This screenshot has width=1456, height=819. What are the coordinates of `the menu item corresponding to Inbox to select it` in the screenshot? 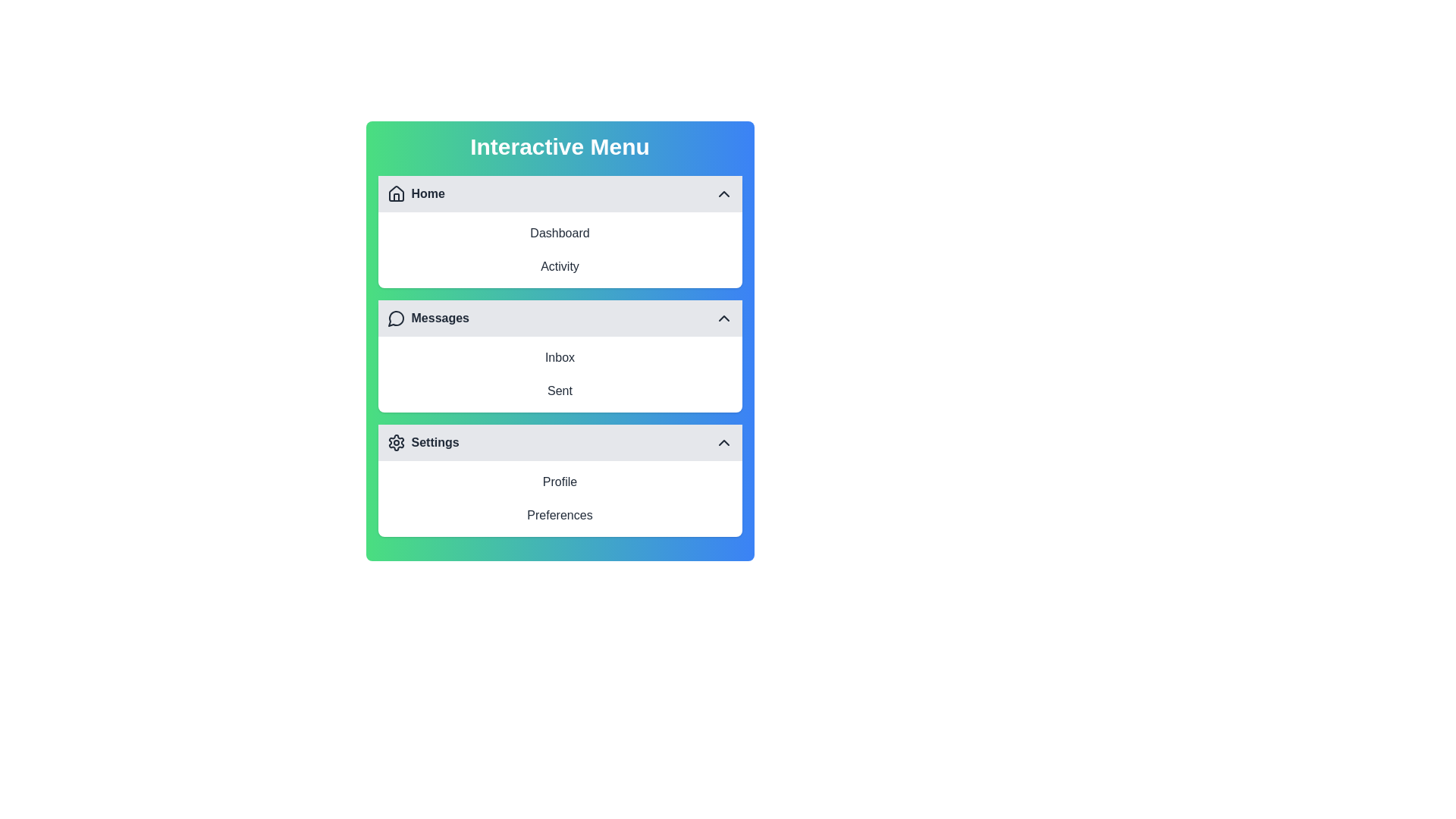 It's located at (559, 357).